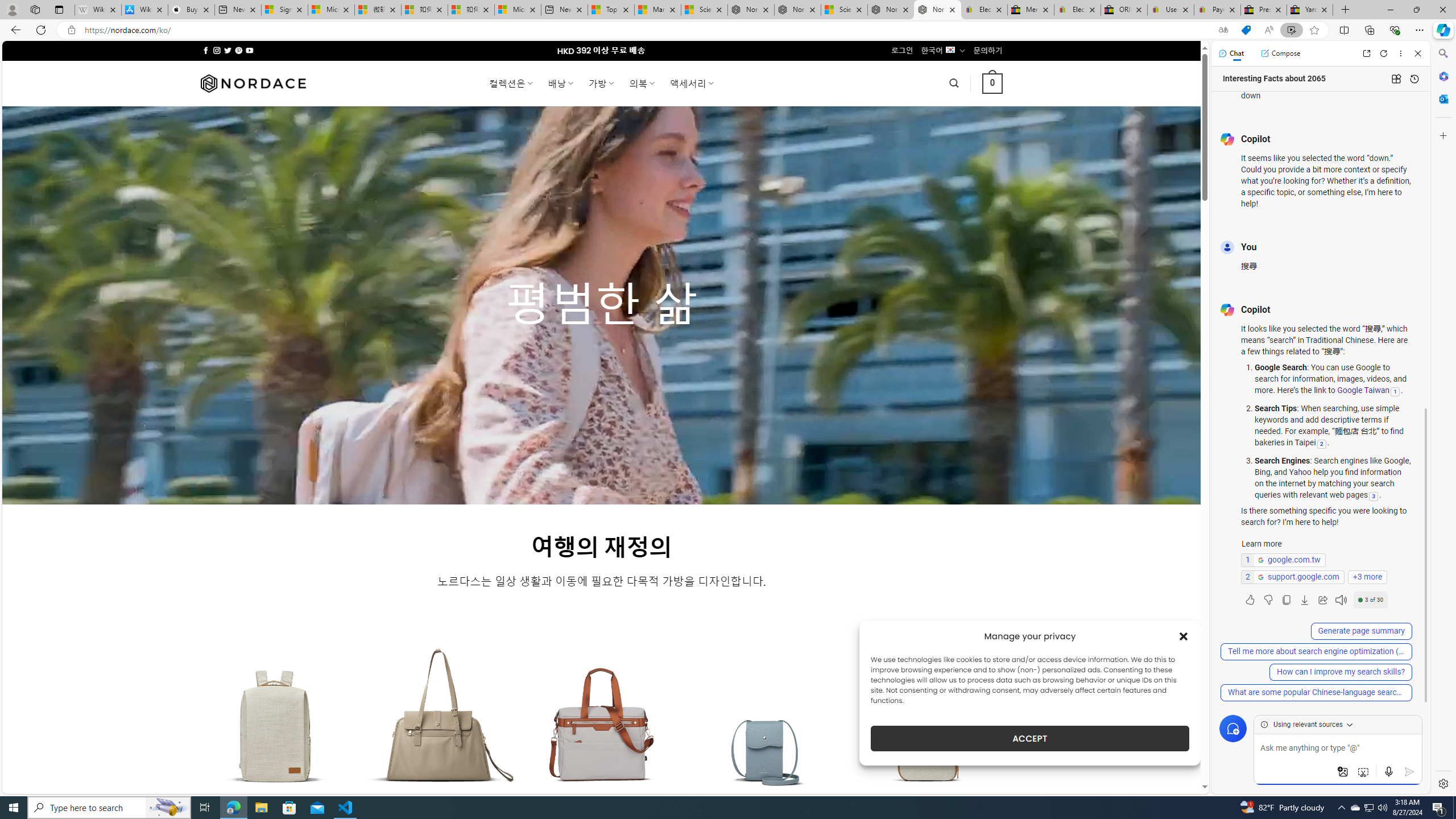  What do you see at coordinates (1231, 52) in the screenshot?
I see `'Chat'` at bounding box center [1231, 52].